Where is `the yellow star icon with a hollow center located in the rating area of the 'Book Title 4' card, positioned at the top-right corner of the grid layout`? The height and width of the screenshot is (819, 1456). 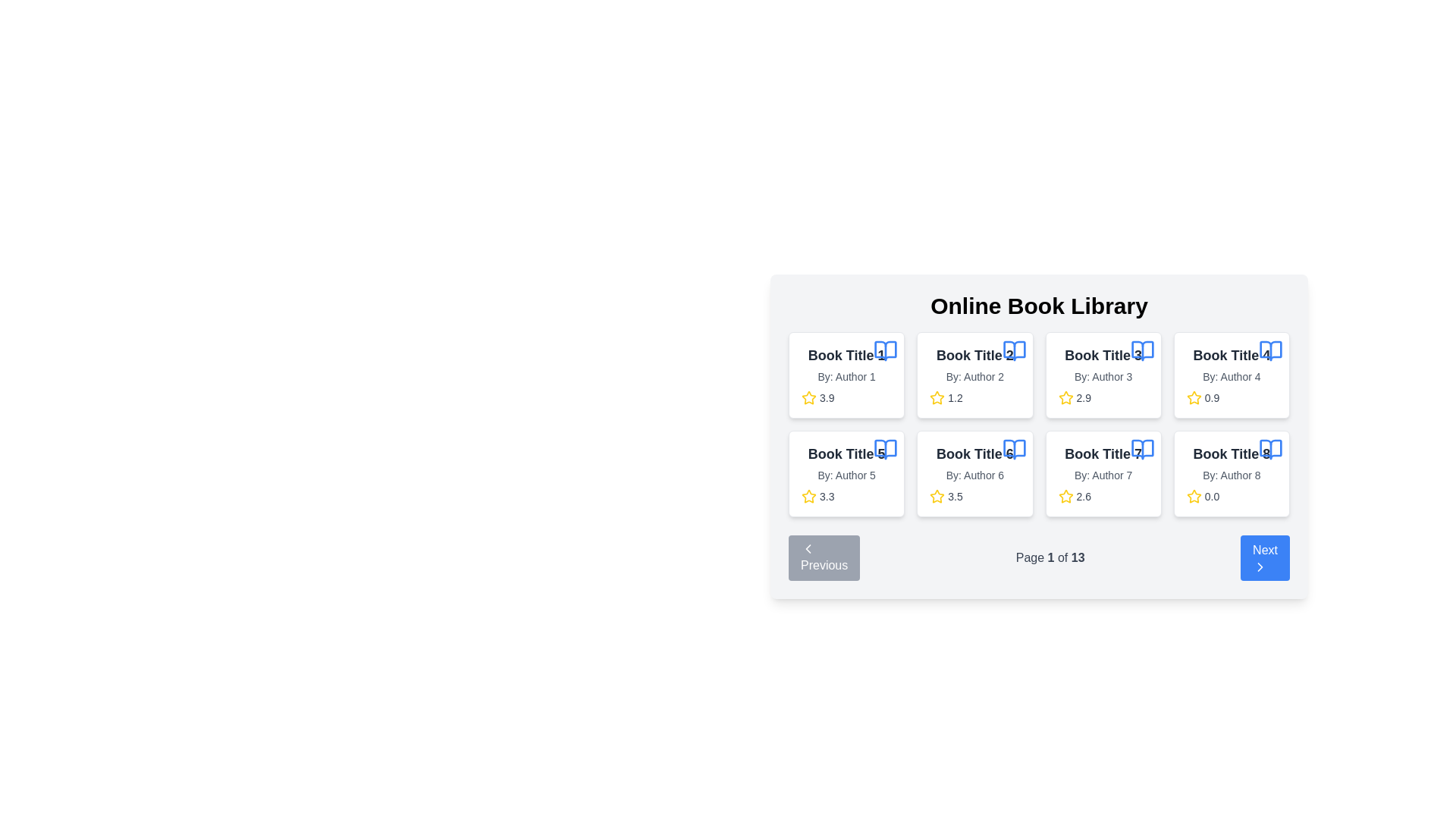 the yellow star icon with a hollow center located in the rating area of the 'Book Title 4' card, positioned at the top-right corner of the grid layout is located at coordinates (1193, 397).